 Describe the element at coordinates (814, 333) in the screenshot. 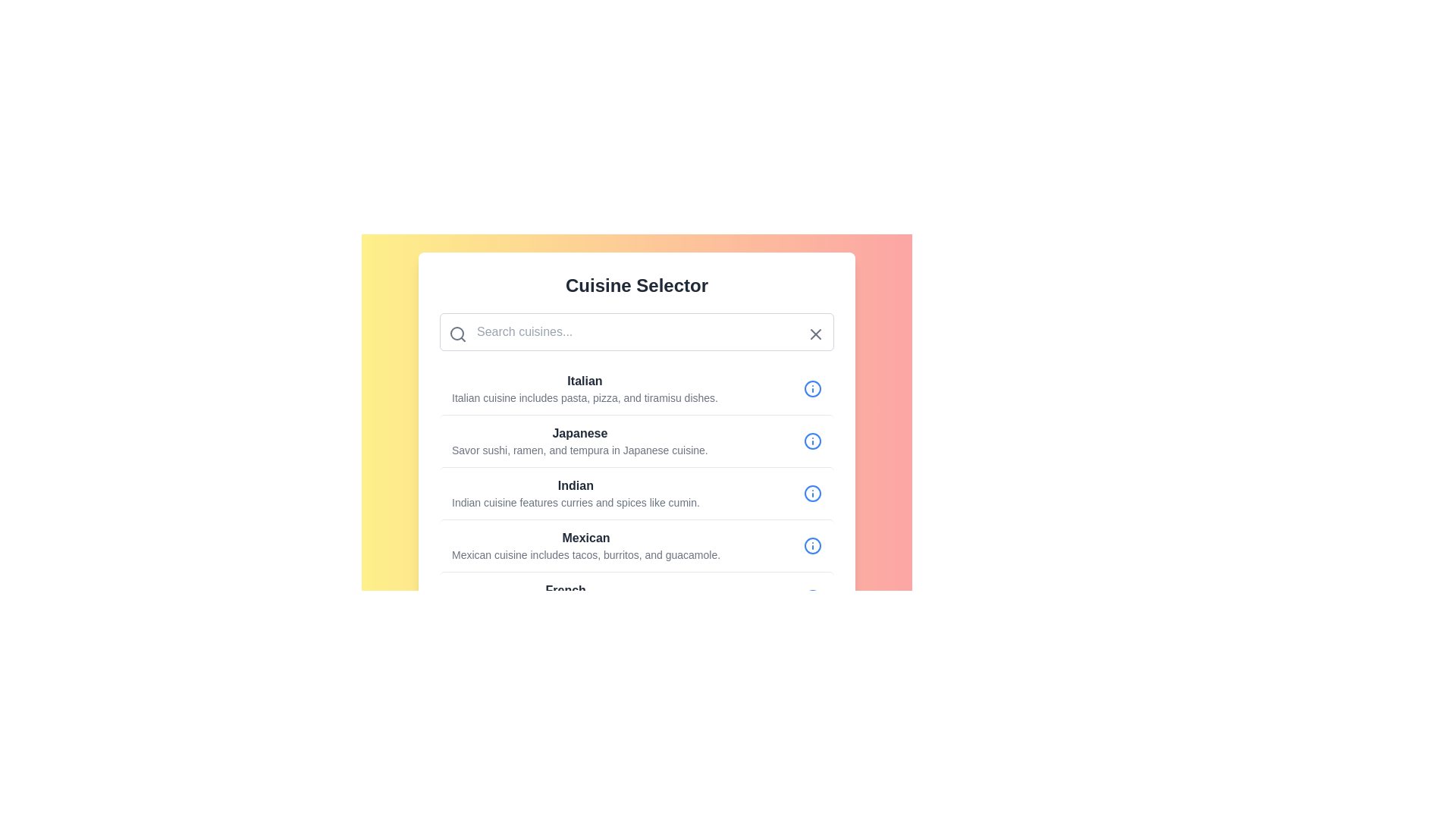

I see `the clear button located at the far right end of the search bar to clear its content` at that location.